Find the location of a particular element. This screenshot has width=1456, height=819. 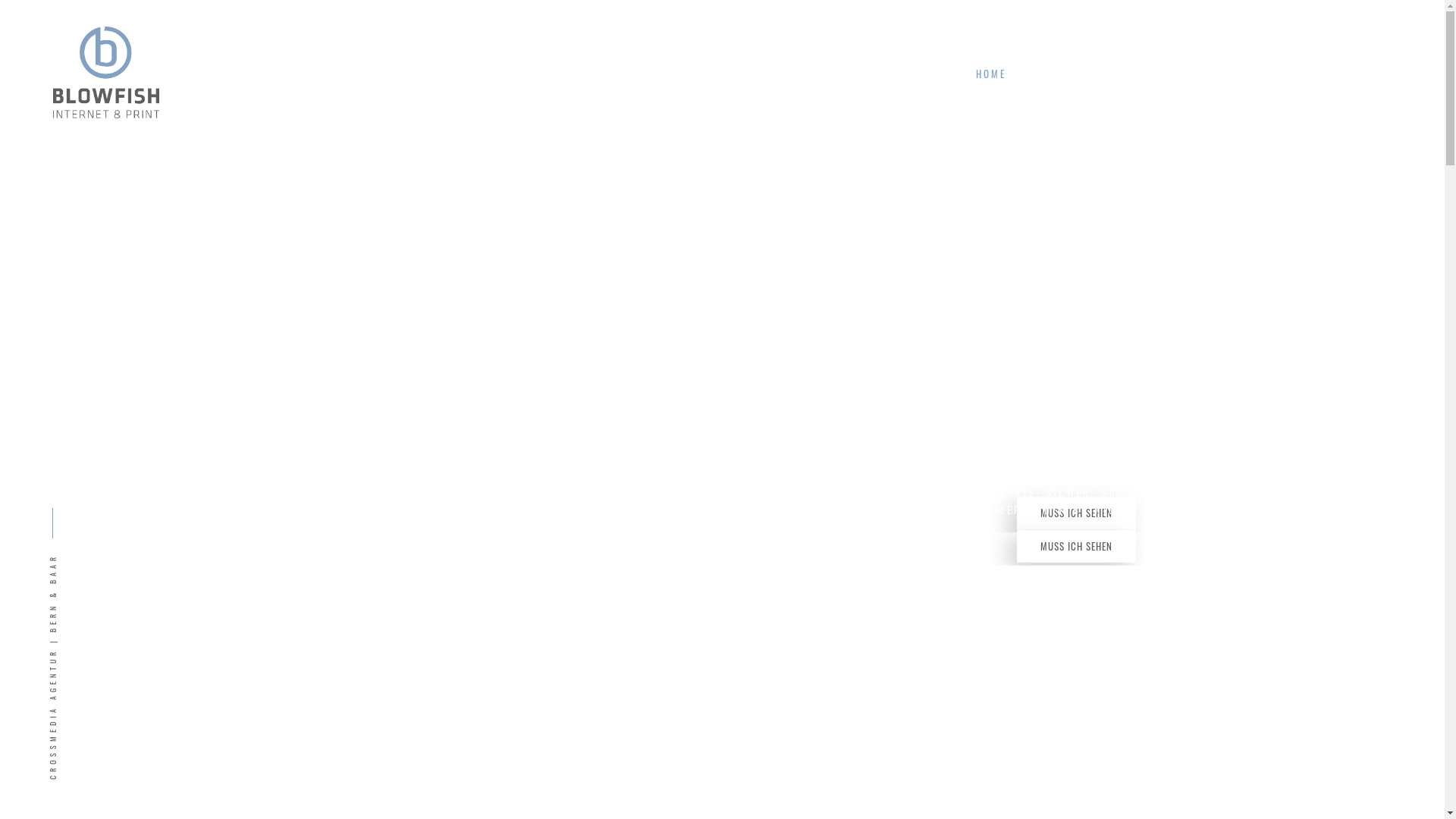

'HOME' is located at coordinates (968, 74).